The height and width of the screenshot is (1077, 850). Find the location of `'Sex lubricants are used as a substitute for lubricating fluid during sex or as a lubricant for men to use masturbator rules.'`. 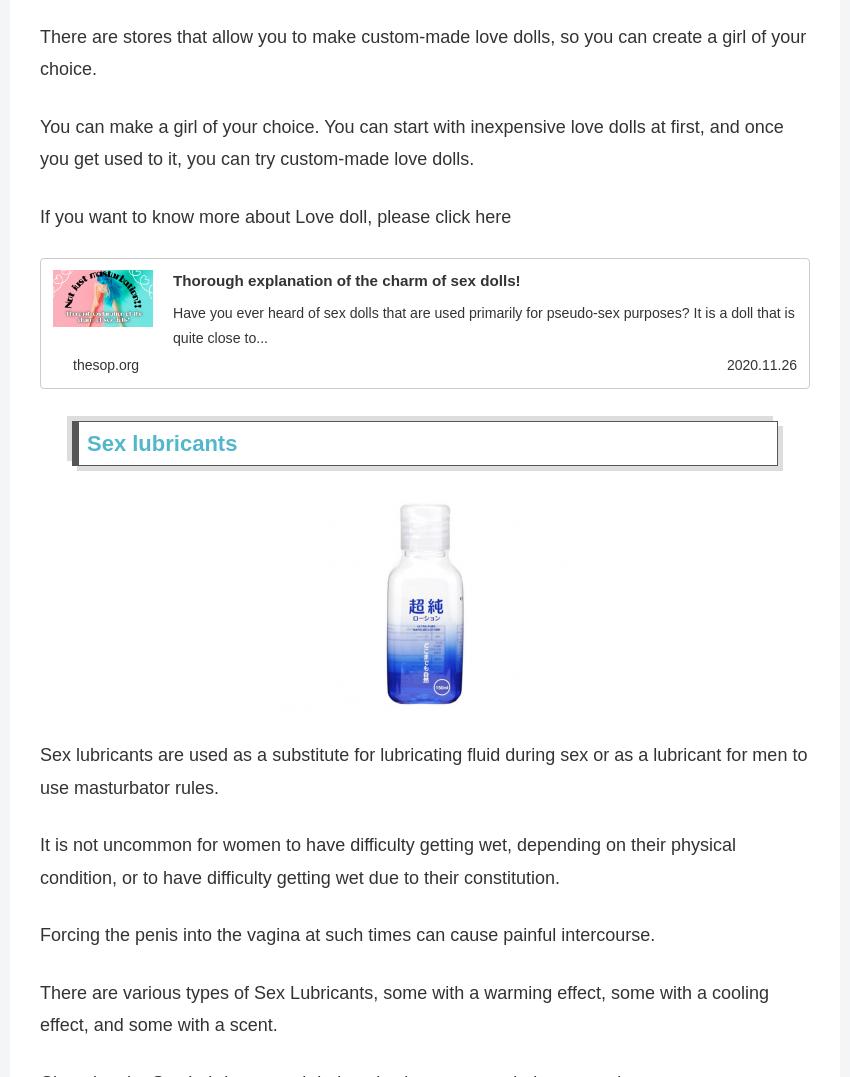

'Sex lubricants are used as a substitute for lubricating fluid during sex or as a lubricant for men to use masturbator rules.' is located at coordinates (423, 774).